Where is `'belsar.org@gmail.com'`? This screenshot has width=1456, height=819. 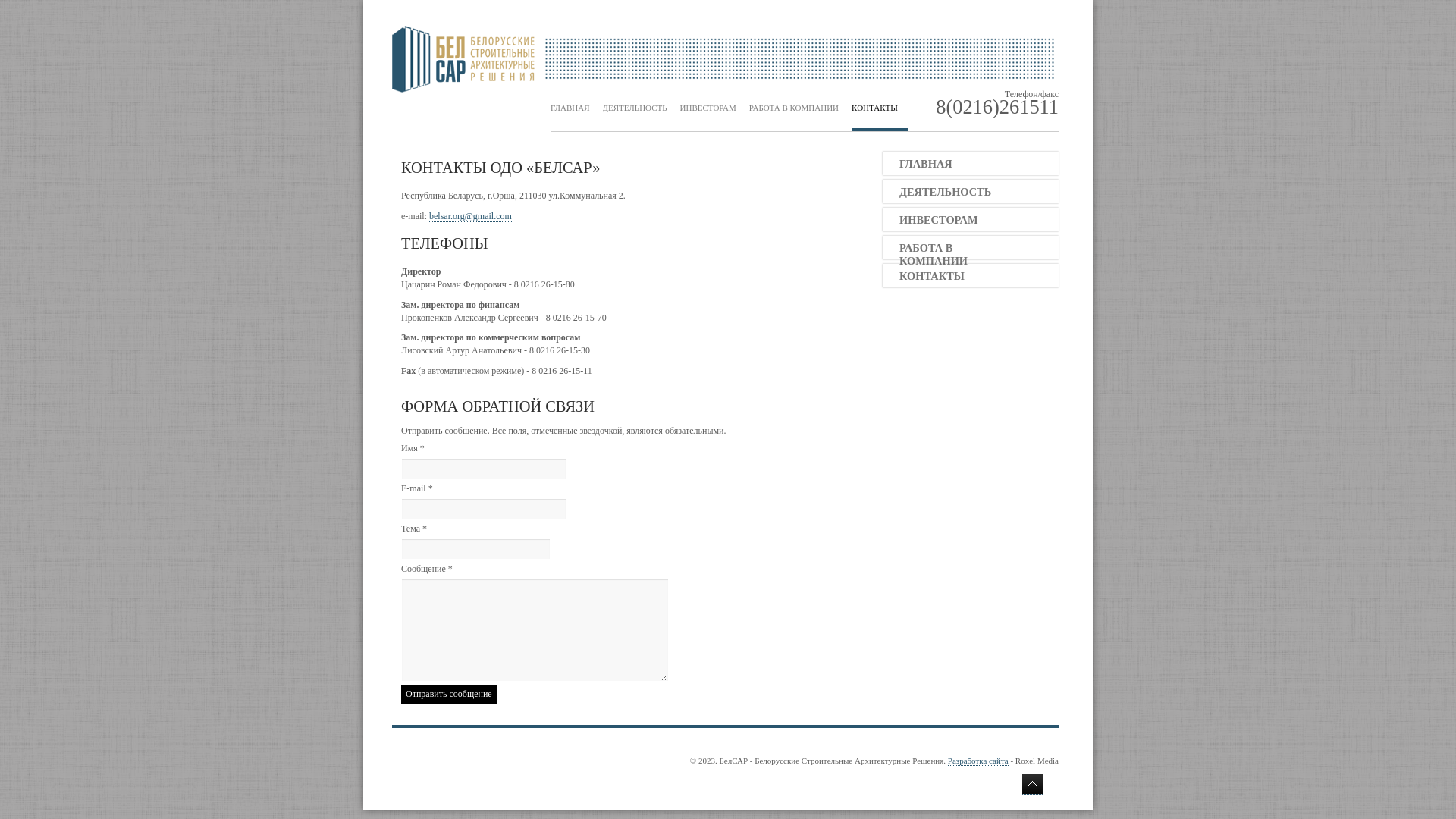 'belsar.org@gmail.com' is located at coordinates (469, 216).